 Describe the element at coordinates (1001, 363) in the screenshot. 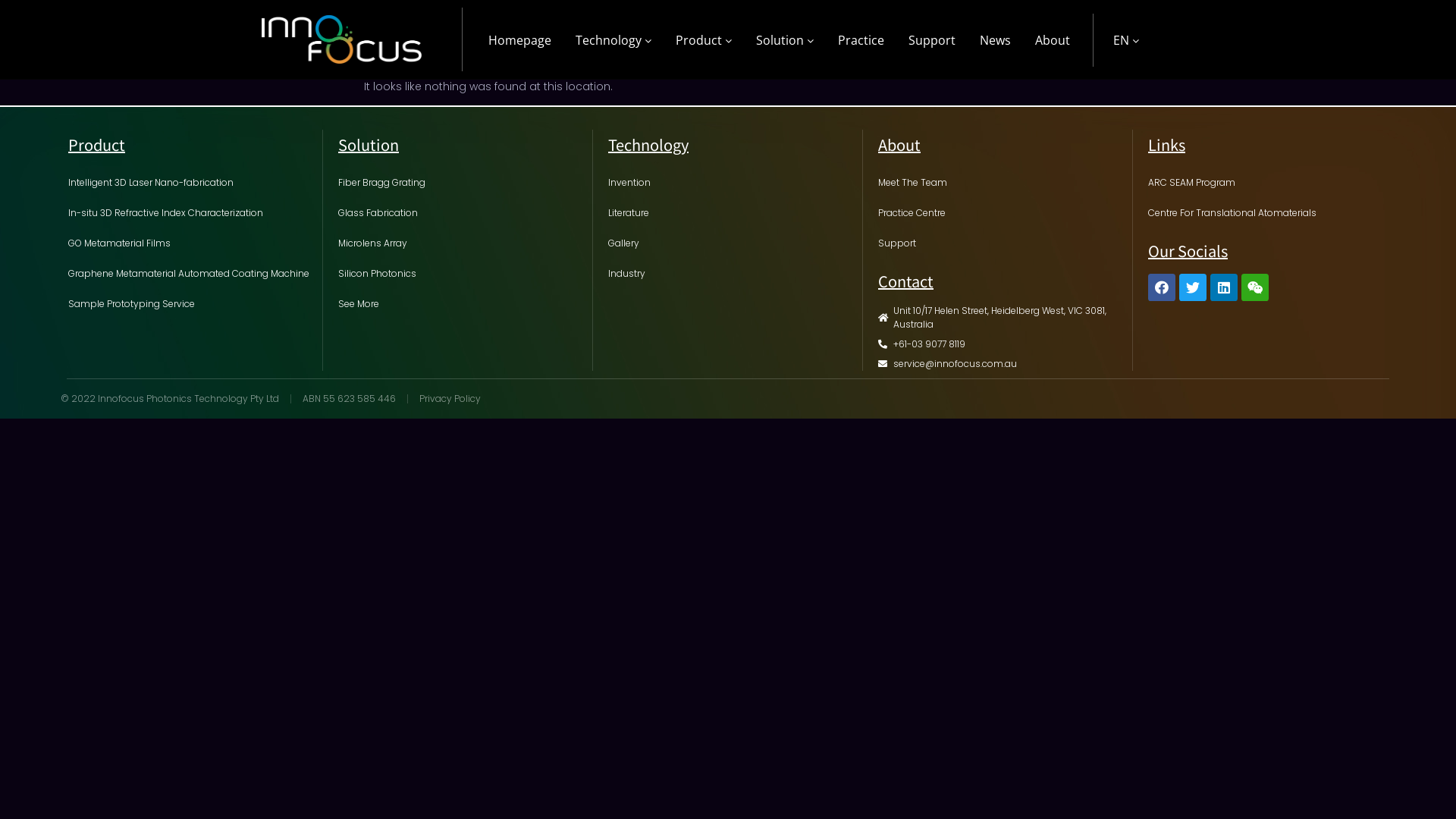

I see `'service@innofocus.com.au'` at that location.